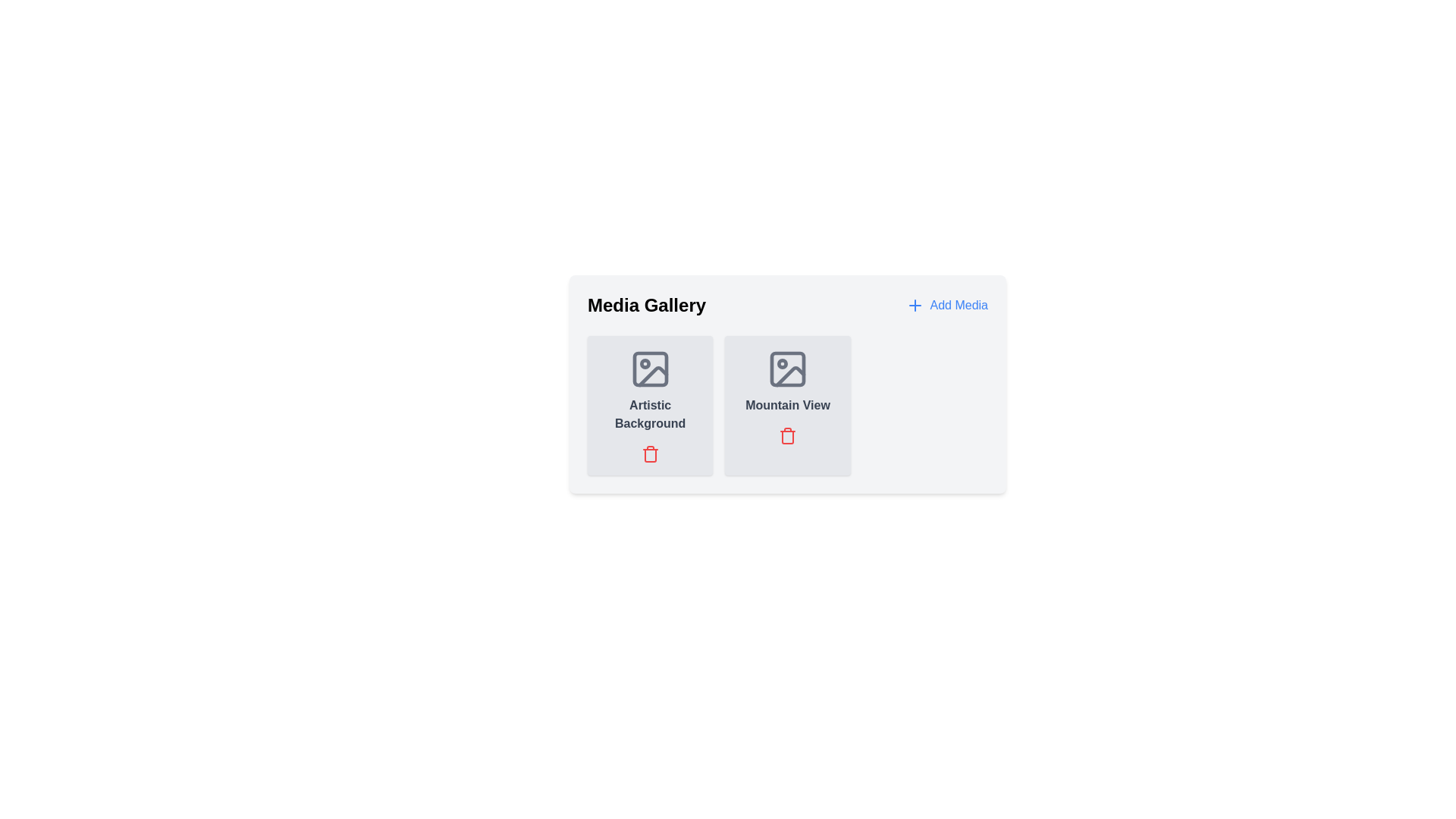 This screenshot has width=1456, height=819. Describe the element at coordinates (650, 369) in the screenshot. I see `the rectangular icon with a gray background and image placeholder located in the first slot of the media gallery grid` at that location.